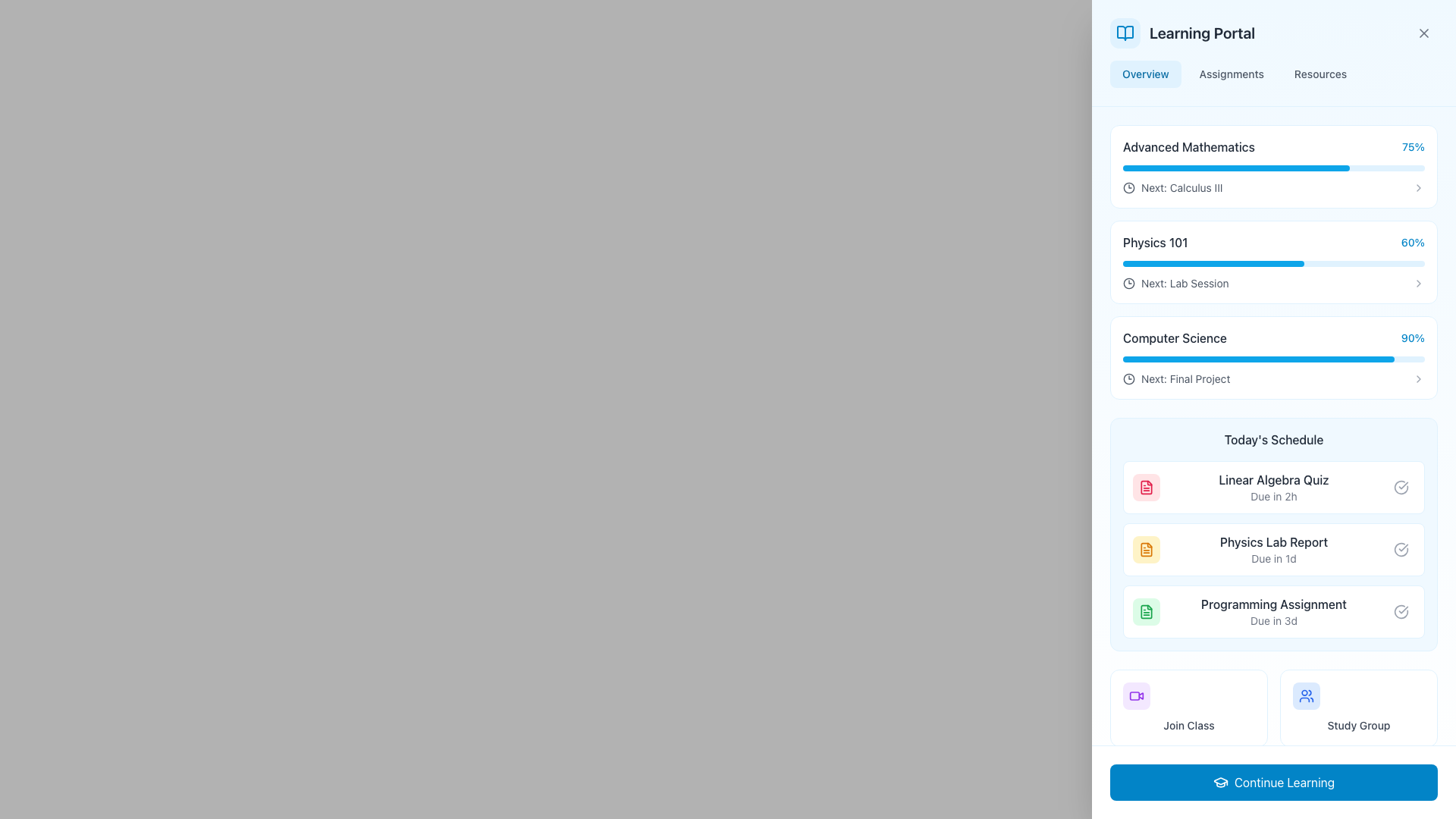  Describe the element at coordinates (1274, 497) in the screenshot. I see `the text label displaying 'Due in 2h', which is located beneath the 'Linear Algebra Quiz' text and aligned within the 'Today’s Schedule' section` at that location.